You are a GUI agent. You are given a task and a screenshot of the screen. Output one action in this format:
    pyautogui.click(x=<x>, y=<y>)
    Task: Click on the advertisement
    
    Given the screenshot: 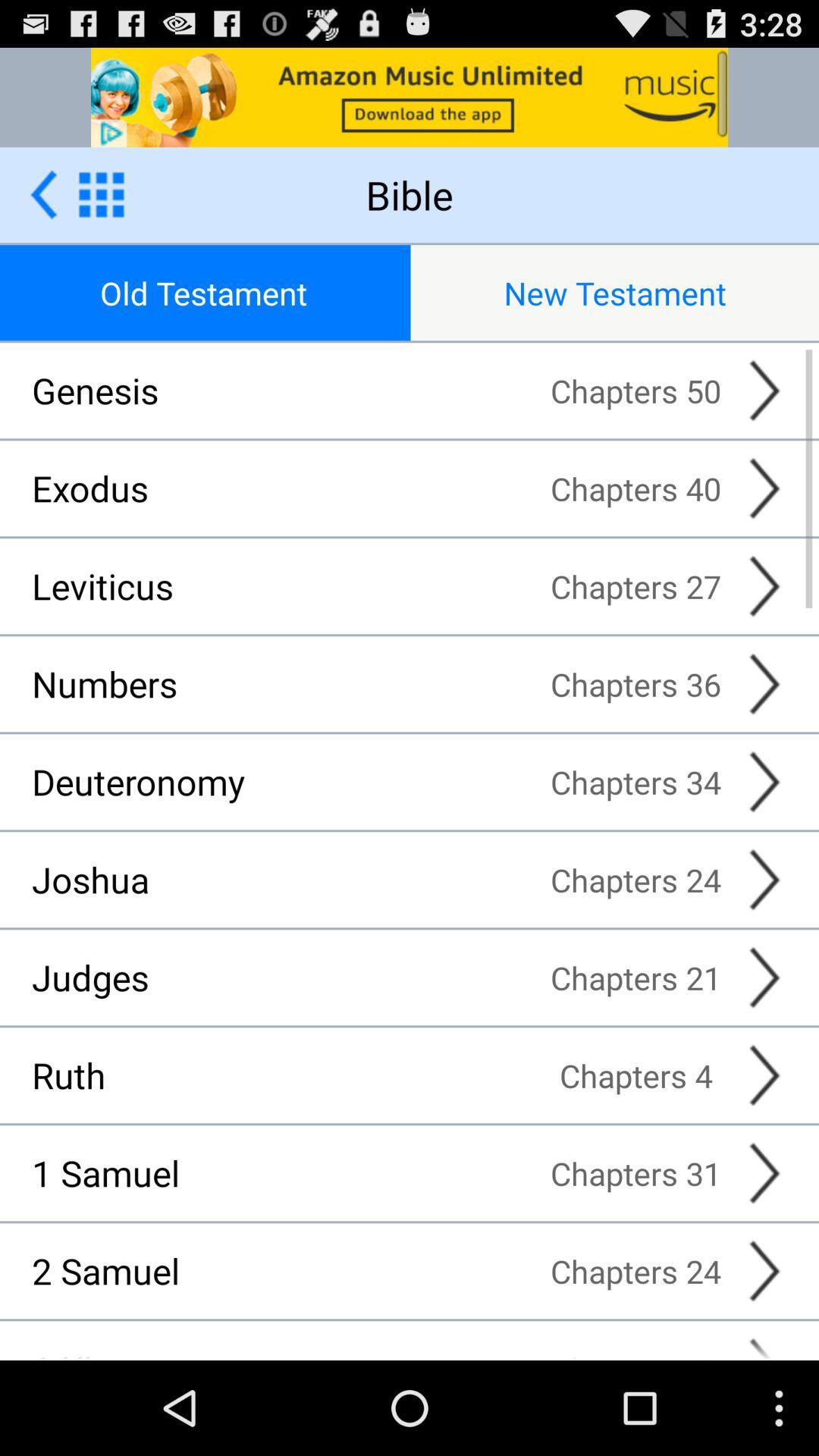 What is the action you would take?
    pyautogui.click(x=42, y=193)
    